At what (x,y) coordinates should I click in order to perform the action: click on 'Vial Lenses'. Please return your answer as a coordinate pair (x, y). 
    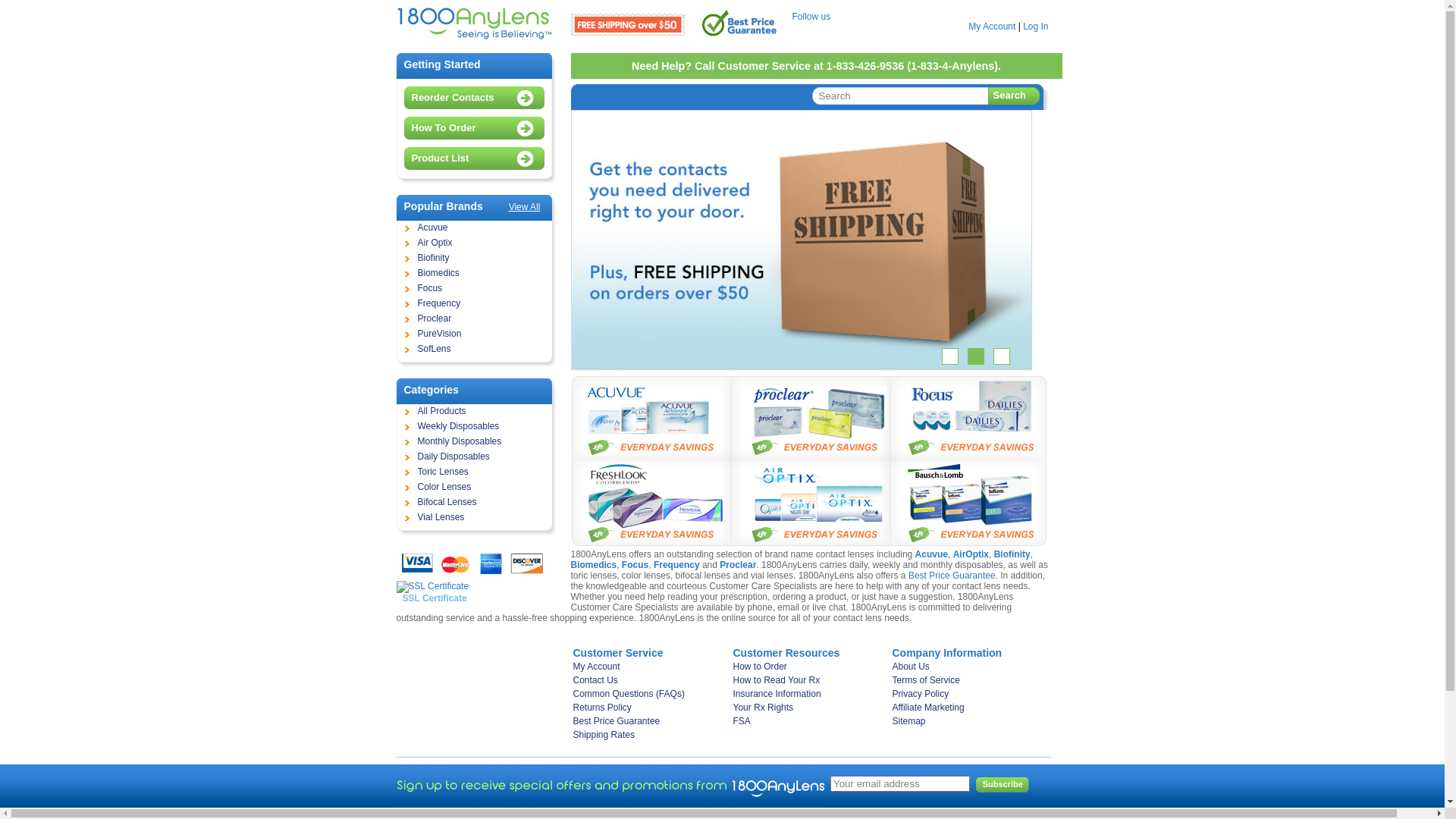
    Looking at the image, I should click on (473, 516).